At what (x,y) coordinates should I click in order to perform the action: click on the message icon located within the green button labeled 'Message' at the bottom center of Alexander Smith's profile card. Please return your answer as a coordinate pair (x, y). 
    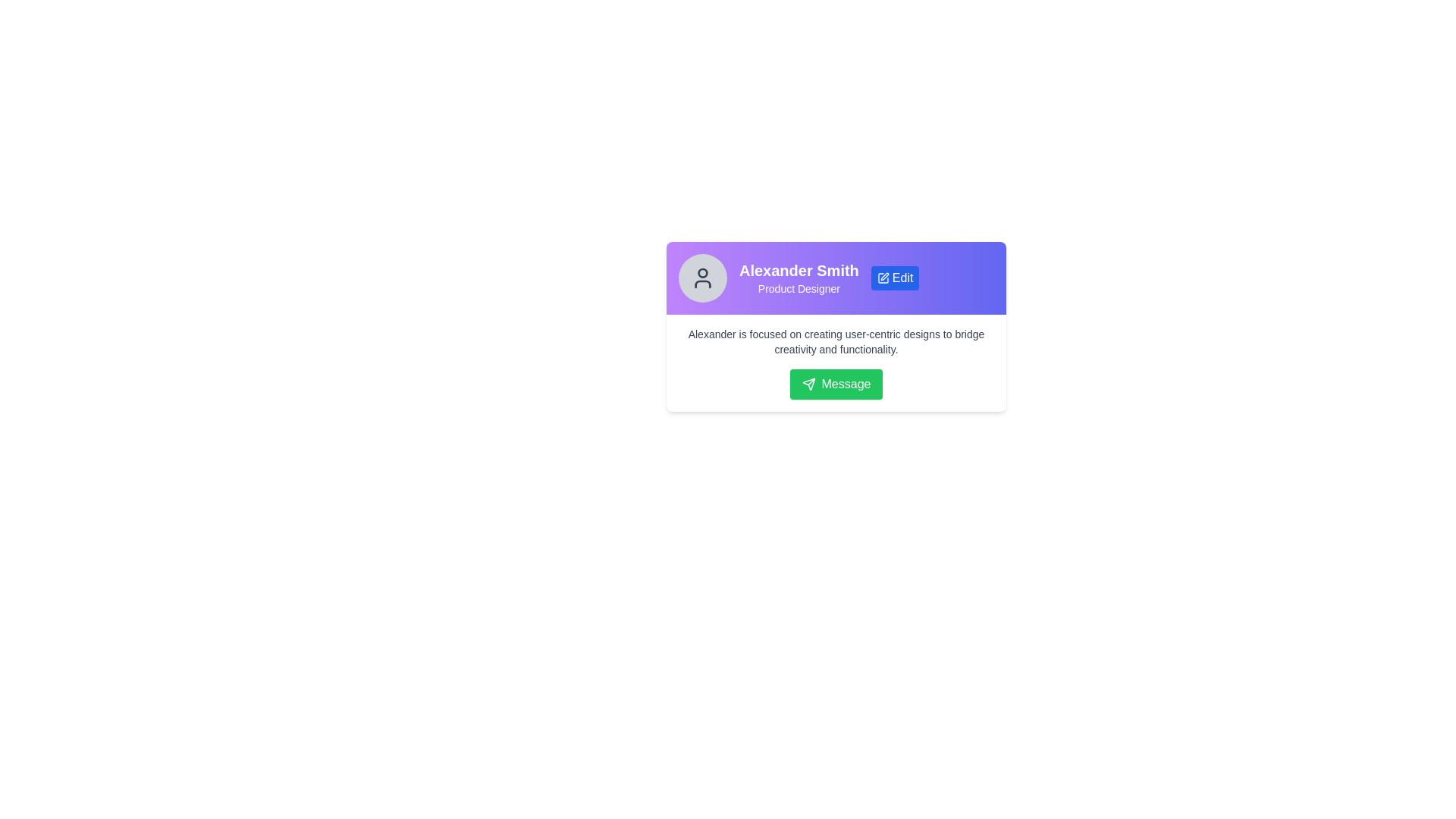
    Looking at the image, I should click on (808, 383).